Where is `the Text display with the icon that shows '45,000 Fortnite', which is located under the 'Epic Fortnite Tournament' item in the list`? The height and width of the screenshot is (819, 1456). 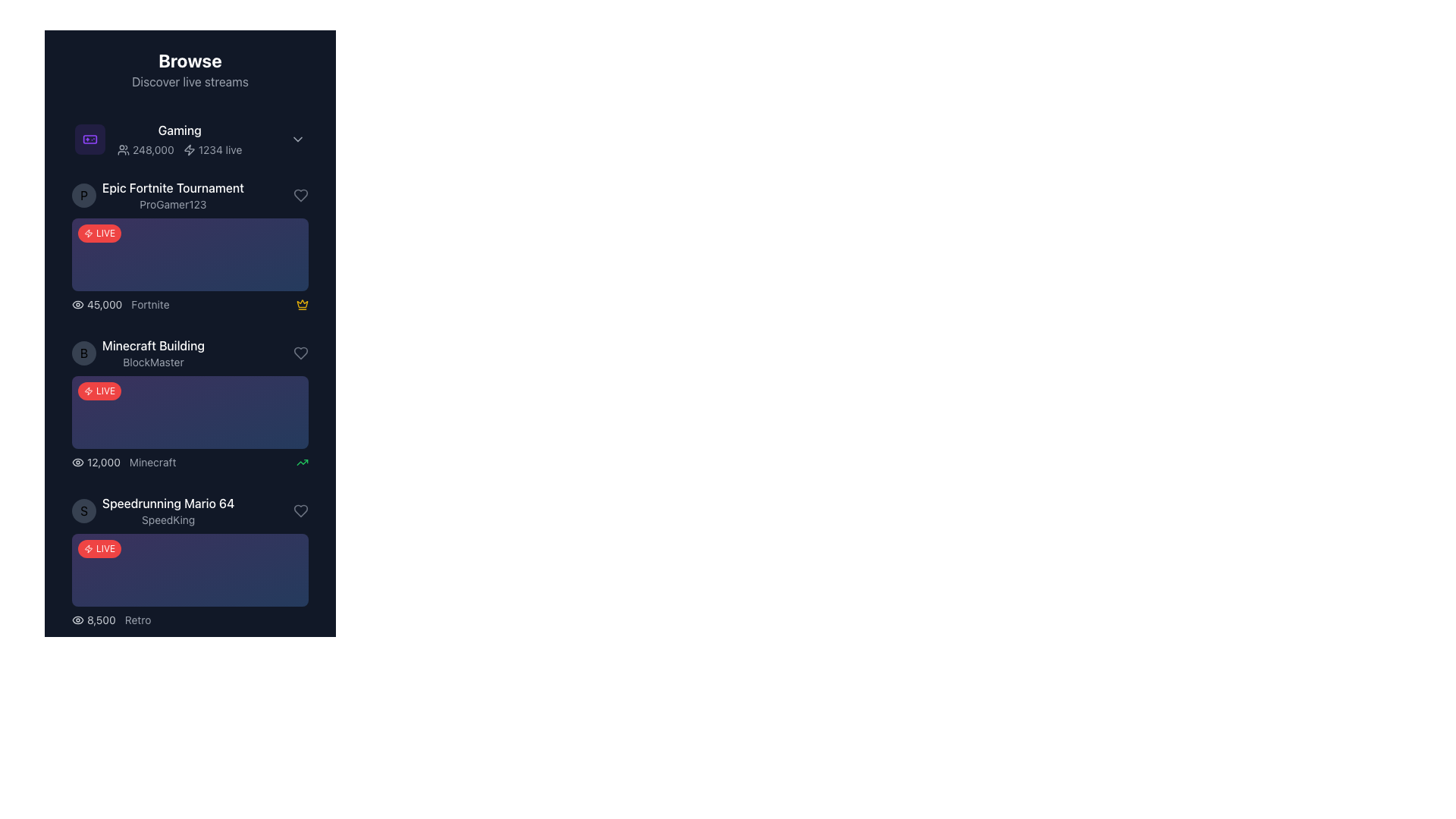 the Text display with the icon that shows '45,000 Fortnite', which is located under the 'Epic Fortnite Tournament' item in the list is located at coordinates (120, 304).